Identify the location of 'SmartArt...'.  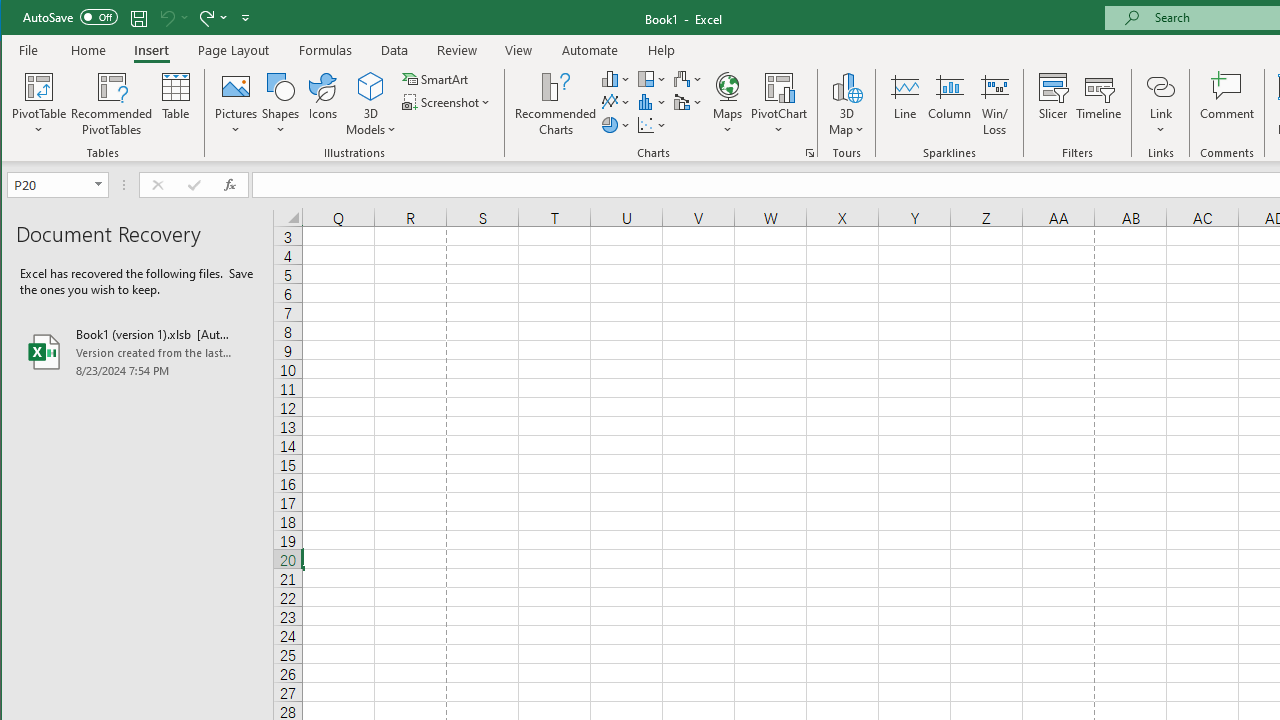
(436, 78).